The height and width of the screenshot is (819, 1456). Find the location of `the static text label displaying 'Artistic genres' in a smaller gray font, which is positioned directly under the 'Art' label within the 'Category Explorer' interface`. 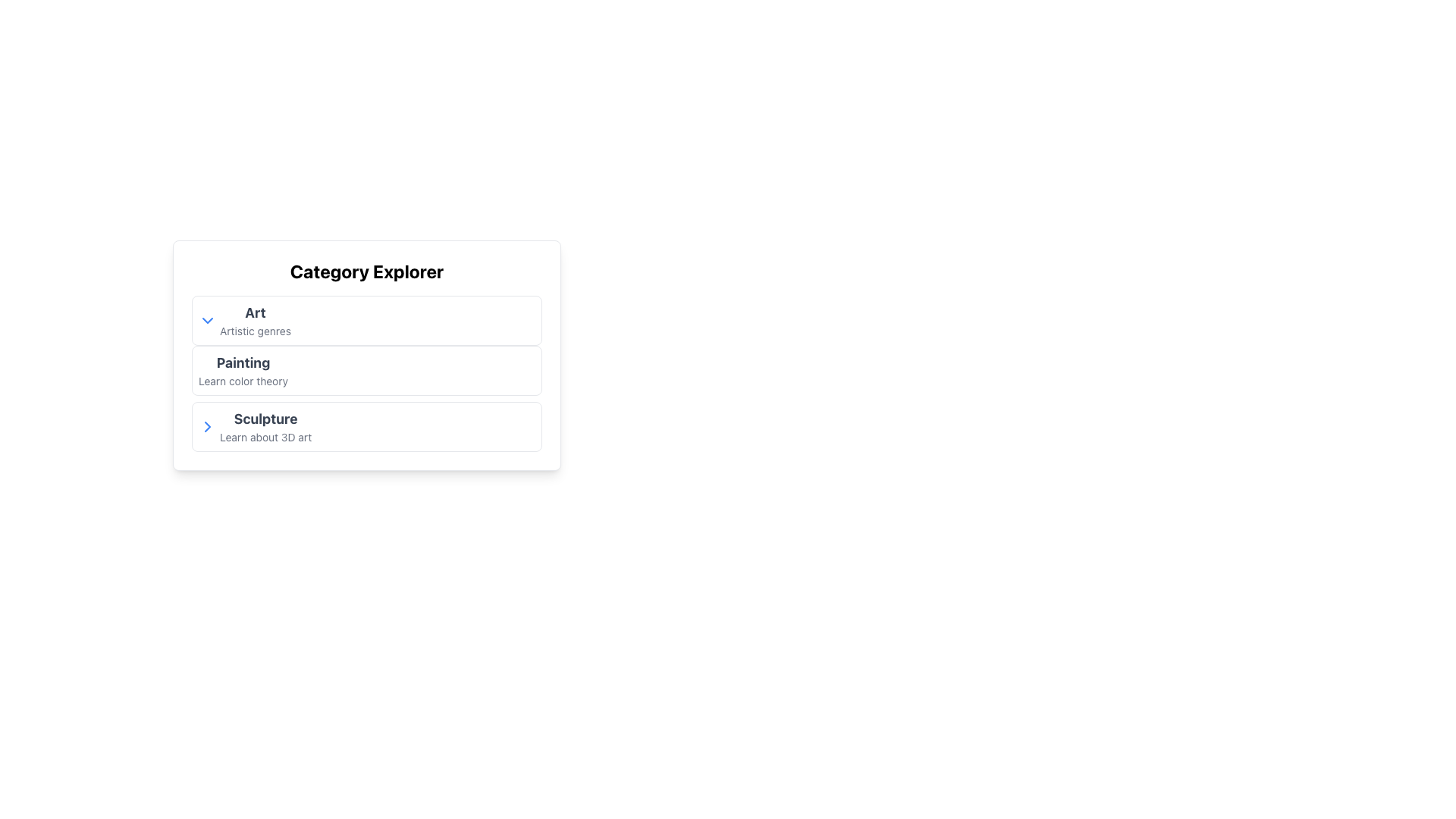

the static text label displaying 'Artistic genres' in a smaller gray font, which is positioned directly under the 'Art' label within the 'Category Explorer' interface is located at coordinates (255, 330).